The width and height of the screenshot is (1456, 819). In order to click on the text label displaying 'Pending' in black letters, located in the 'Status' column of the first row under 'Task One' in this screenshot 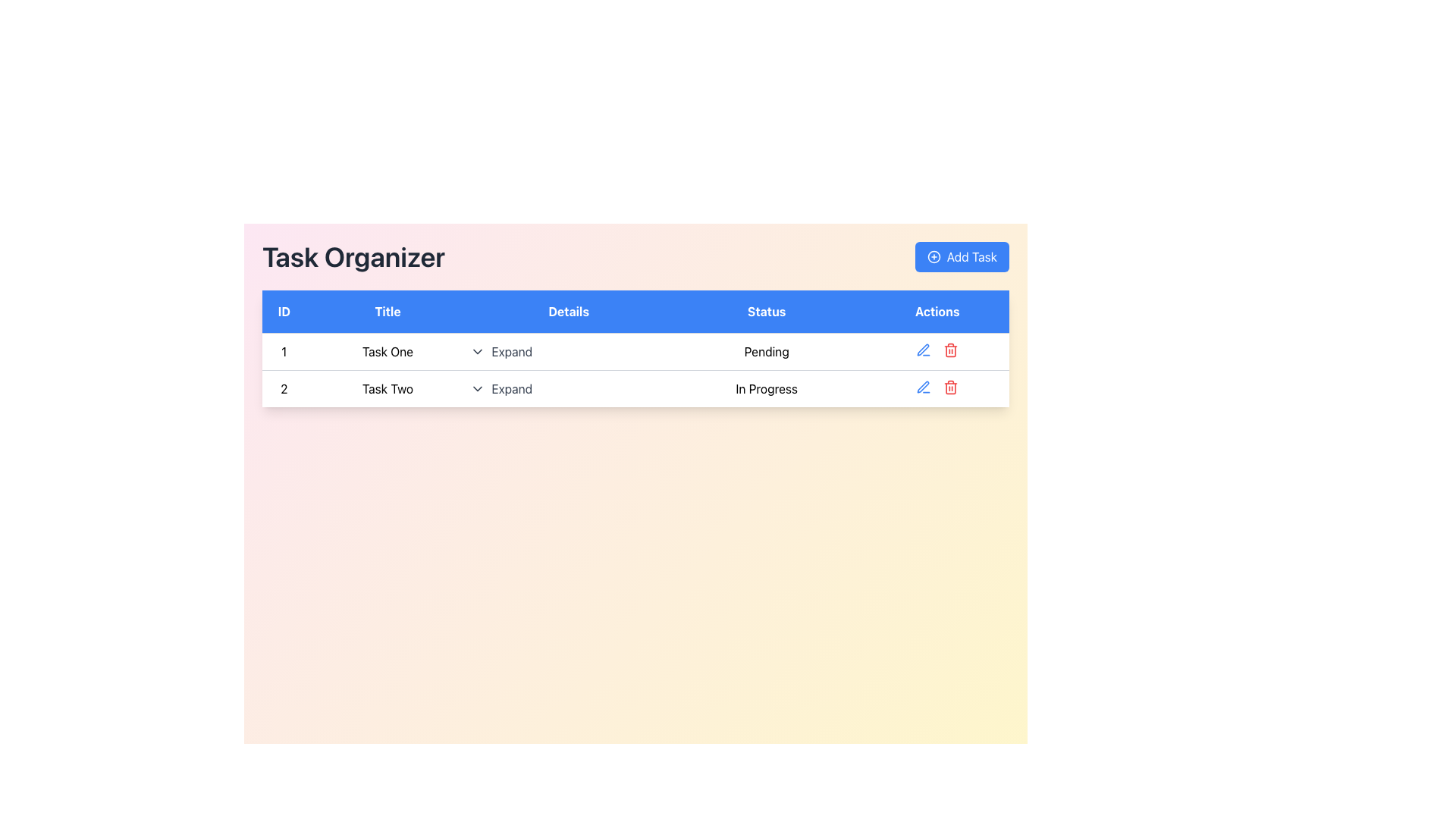, I will do `click(767, 351)`.